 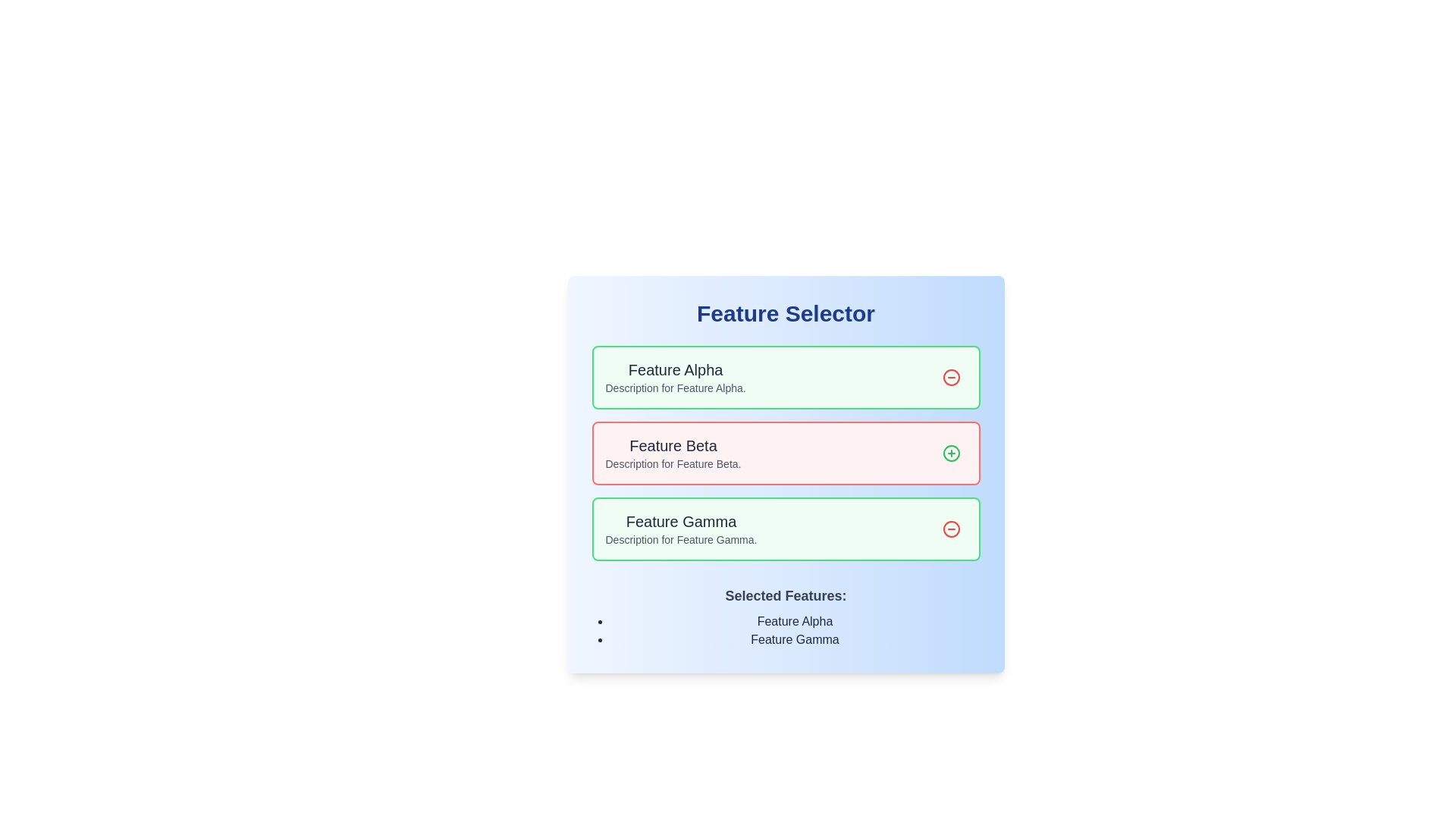 What do you see at coordinates (673, 463) in the screenshot?
I see `the informational text element located below the 'Feature Beta' title, which provides additional information about the feature` at bounding box center [673, 463].